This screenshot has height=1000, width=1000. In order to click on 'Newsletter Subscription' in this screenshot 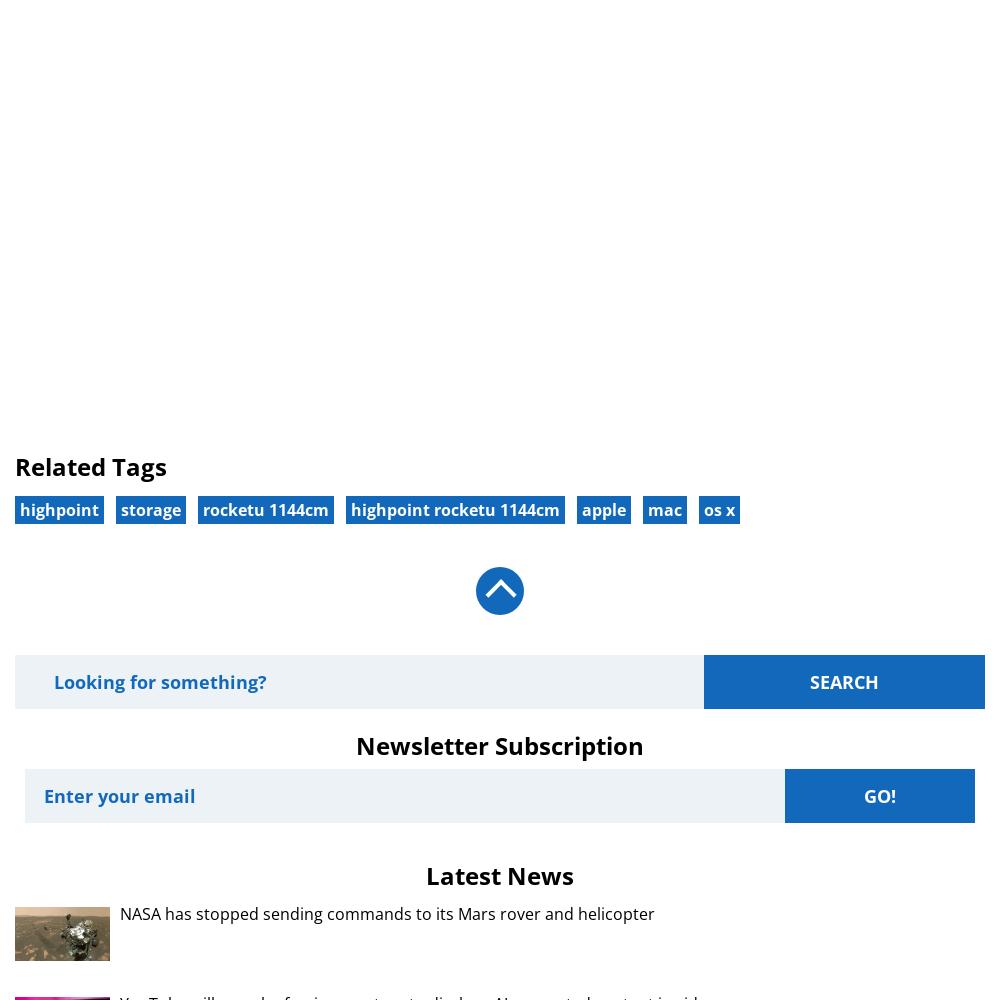, I will do `click(500, 743)`.